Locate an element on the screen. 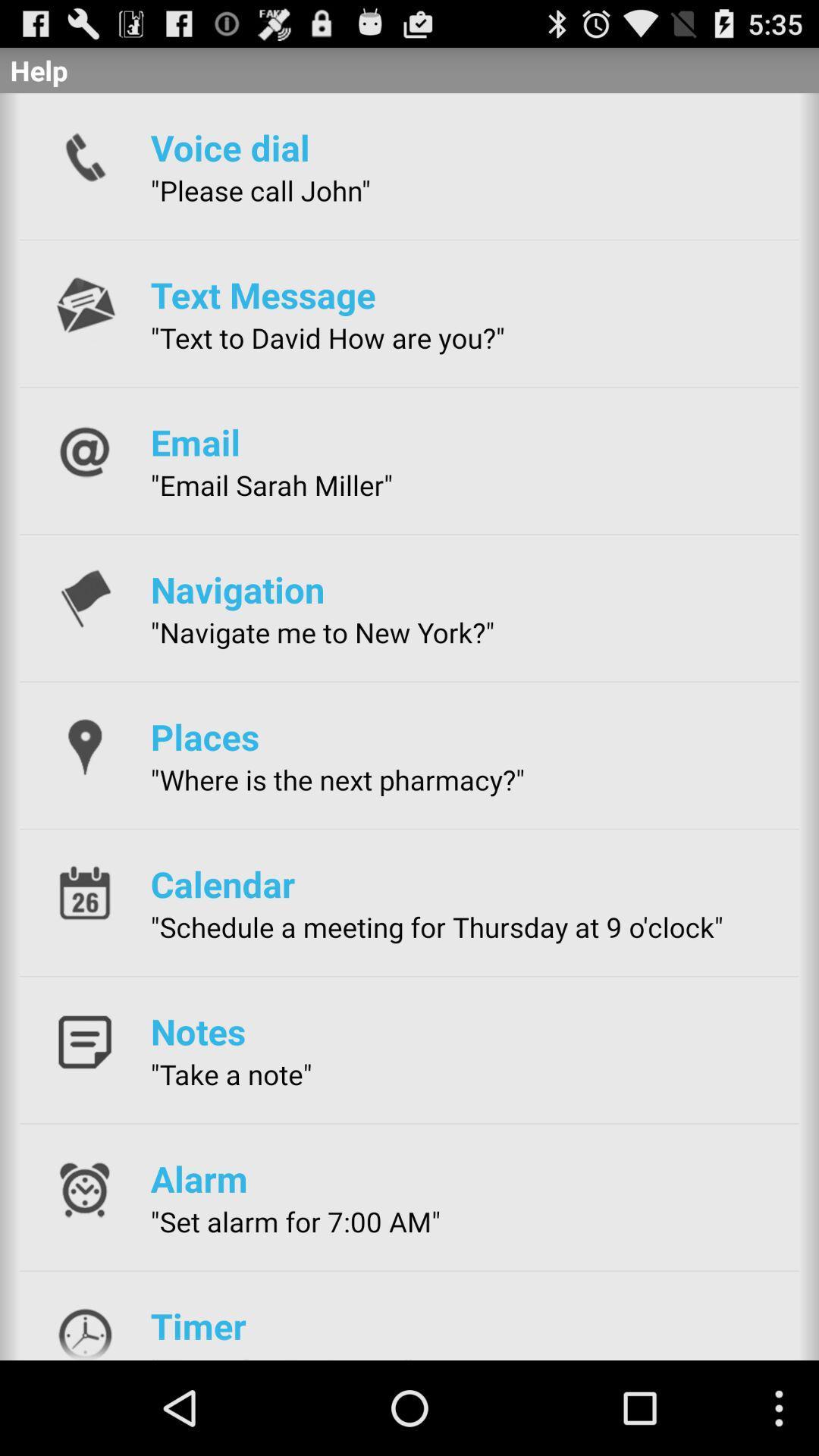 This screenshot has width=819, height=1456. the "please call john" item is located at coordinates (259, 190).